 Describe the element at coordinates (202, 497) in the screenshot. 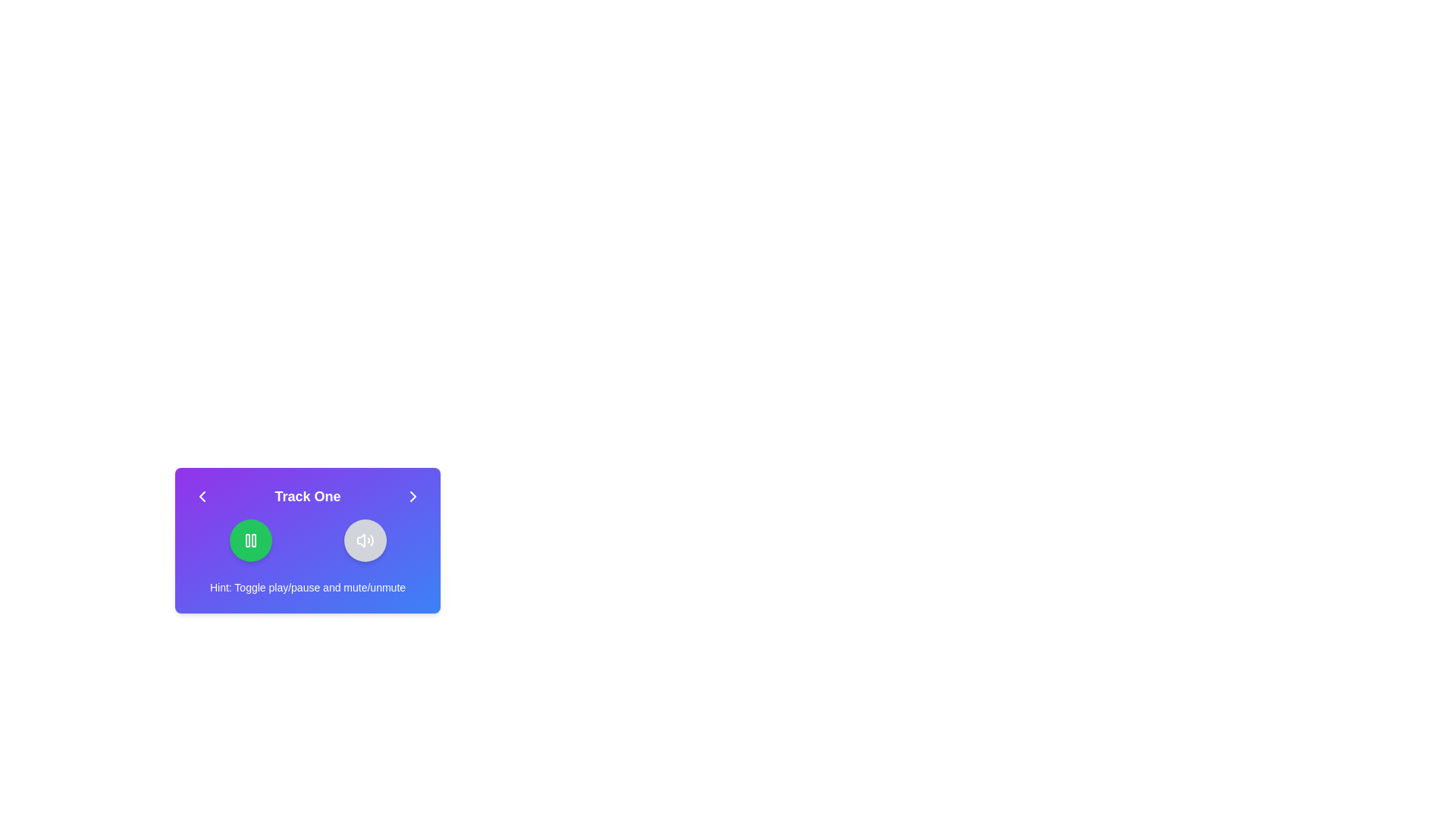

I see `the left-pointing chevron icon located in the header section of the player interface` at that location.